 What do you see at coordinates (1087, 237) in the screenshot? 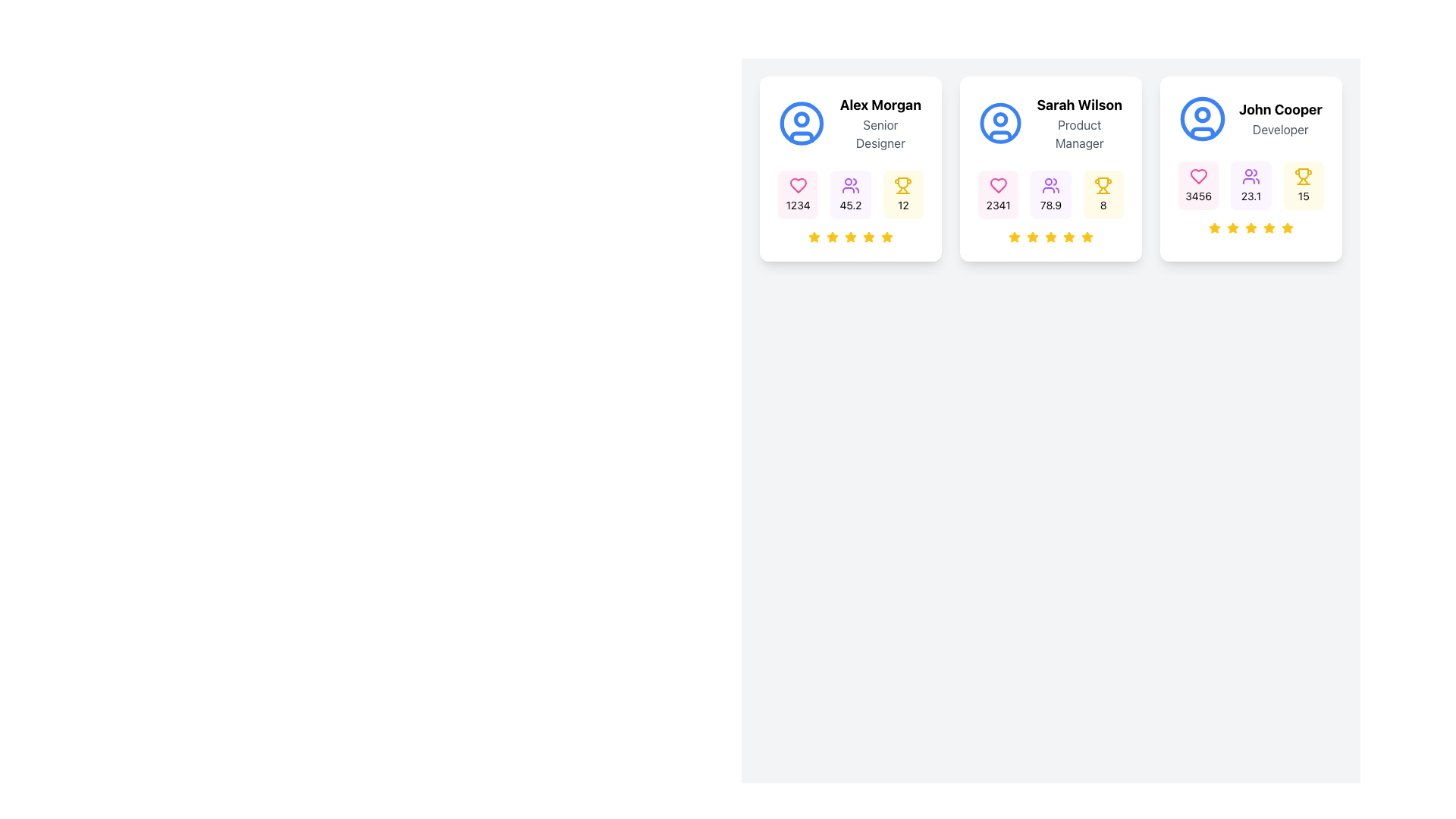
I see `the sixth star in the row of seven rating stars at the bottom of the middle profile card to rate it` at bounding box center [1087, 237].